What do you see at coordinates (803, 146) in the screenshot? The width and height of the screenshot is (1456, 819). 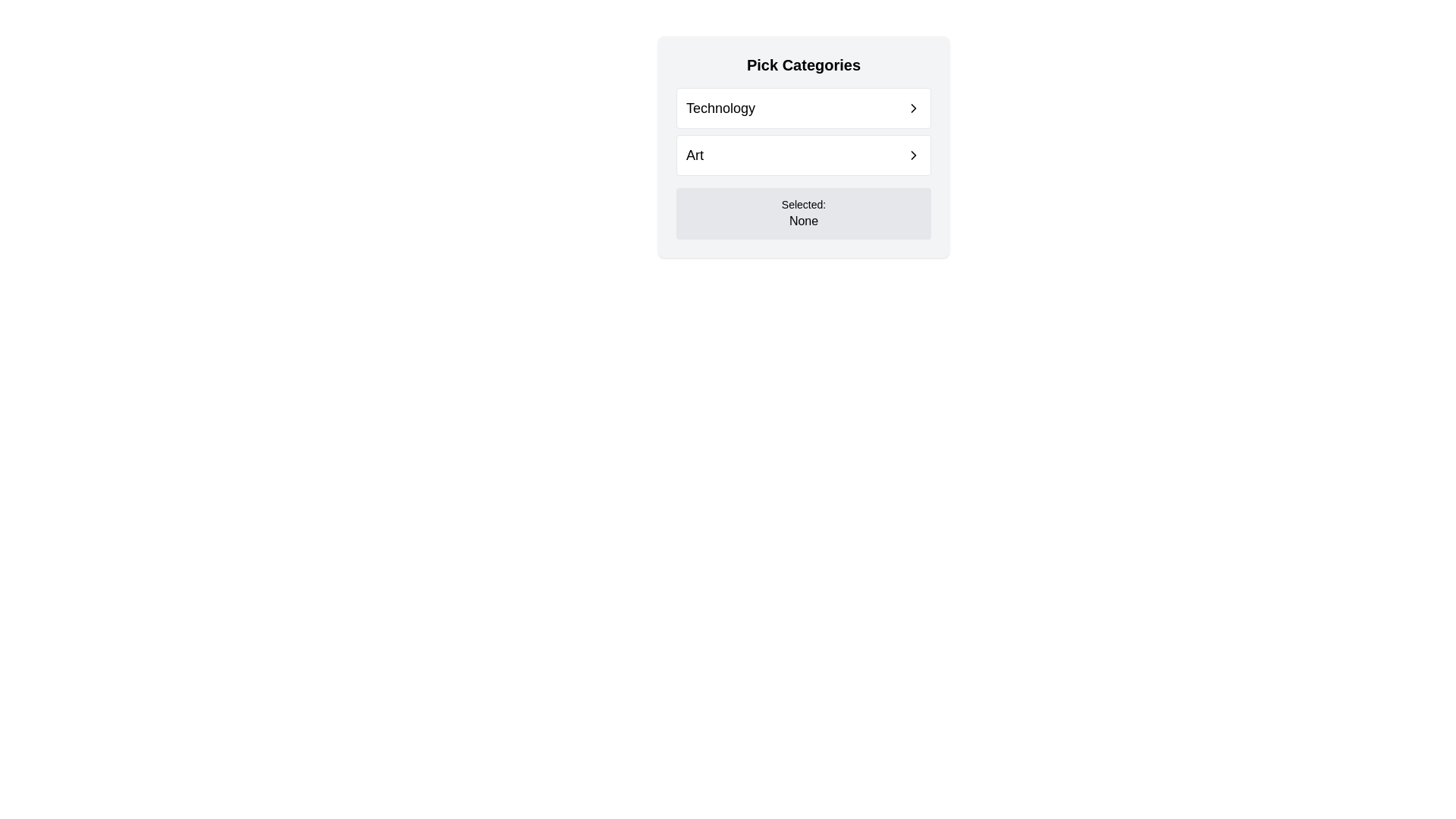 I see `the 'Art' category button, which is the second button from the top in the selectable options list, located below the 'Technology' option` at bounding box center [803, 146].